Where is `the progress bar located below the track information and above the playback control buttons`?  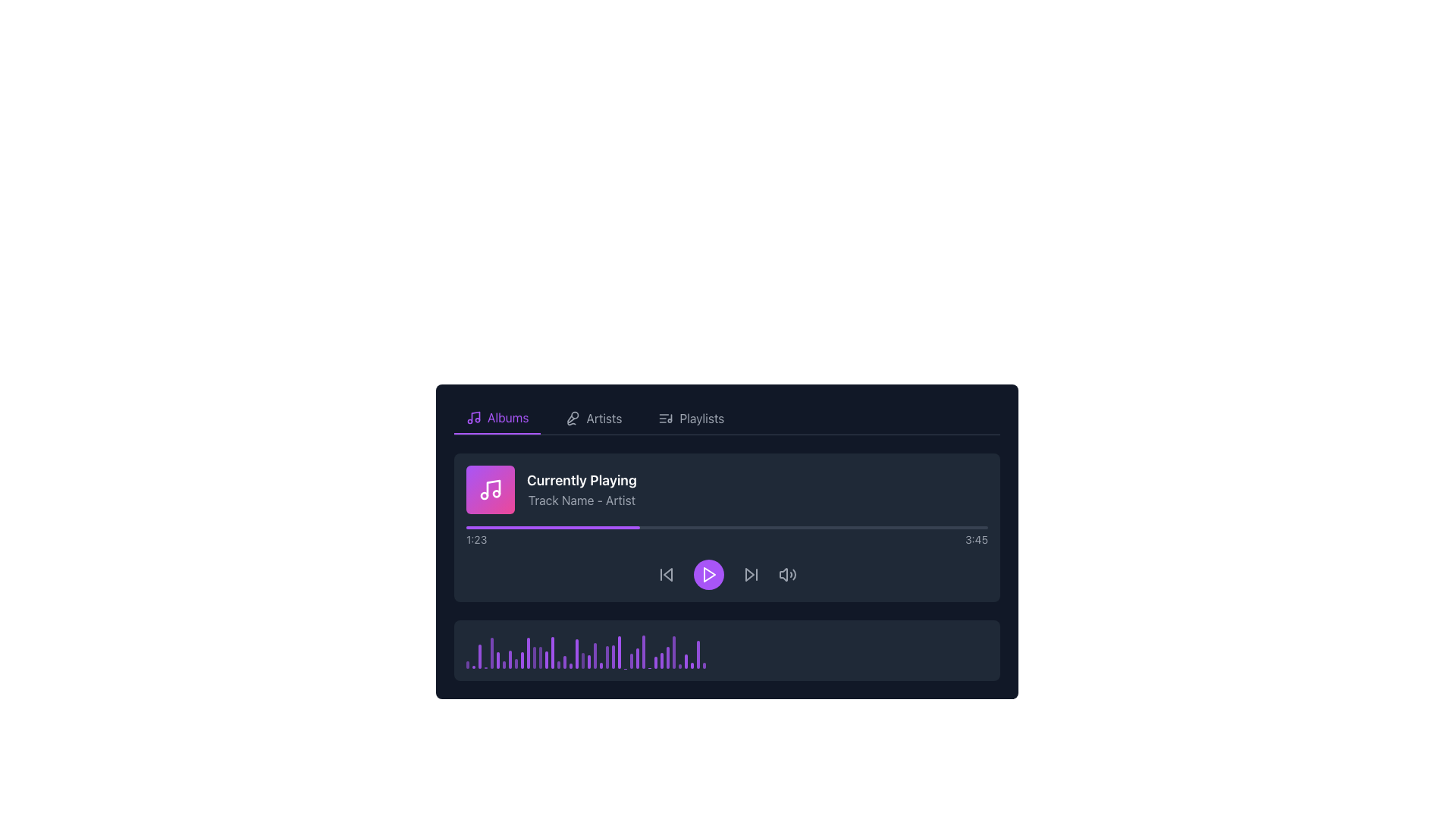
the progress bar located below the track information and above the playback control buttons is located at coordinates (726, 526).